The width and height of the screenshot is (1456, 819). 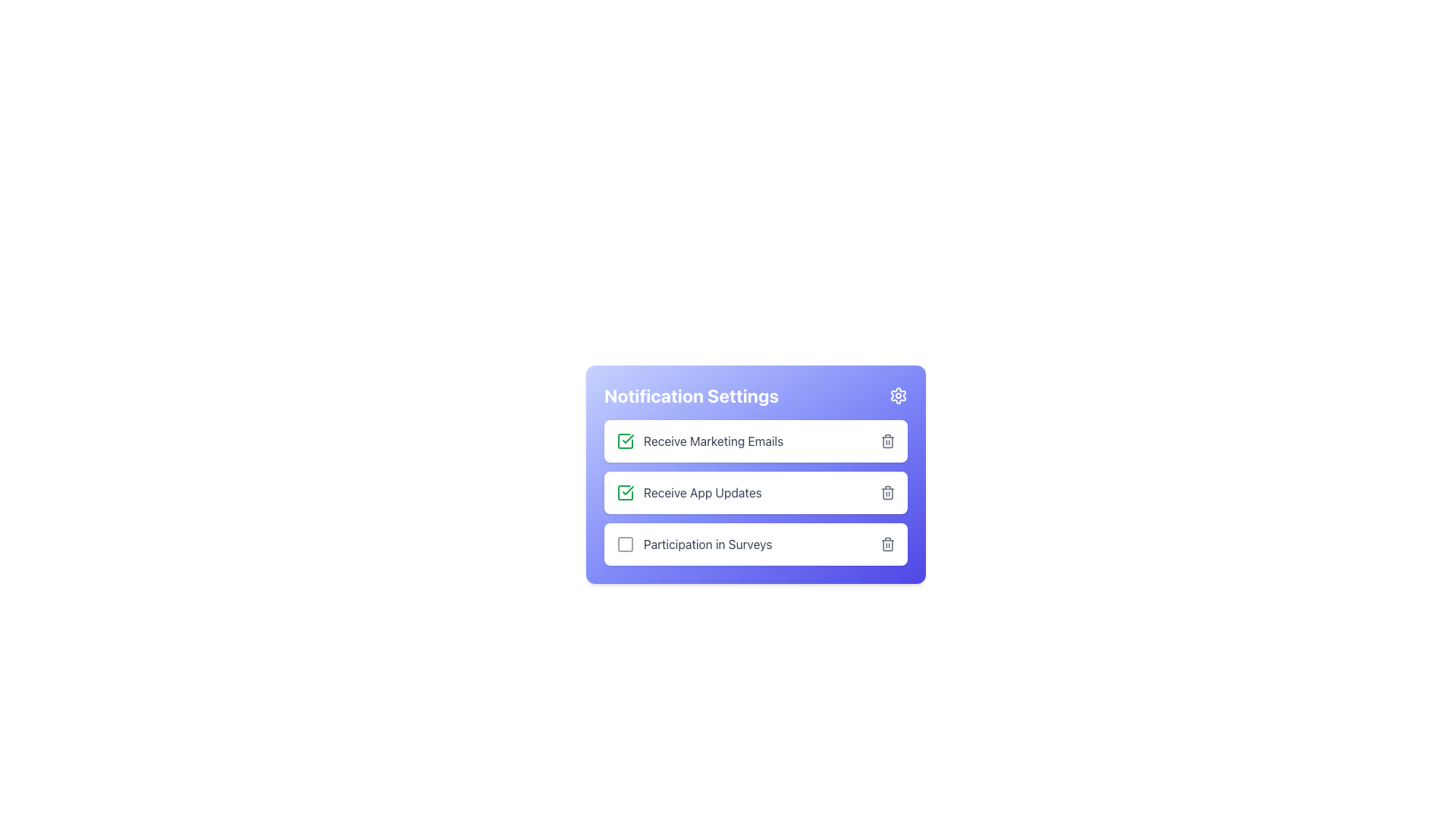 I want to click on the check icon, so click(x=626, y=441).